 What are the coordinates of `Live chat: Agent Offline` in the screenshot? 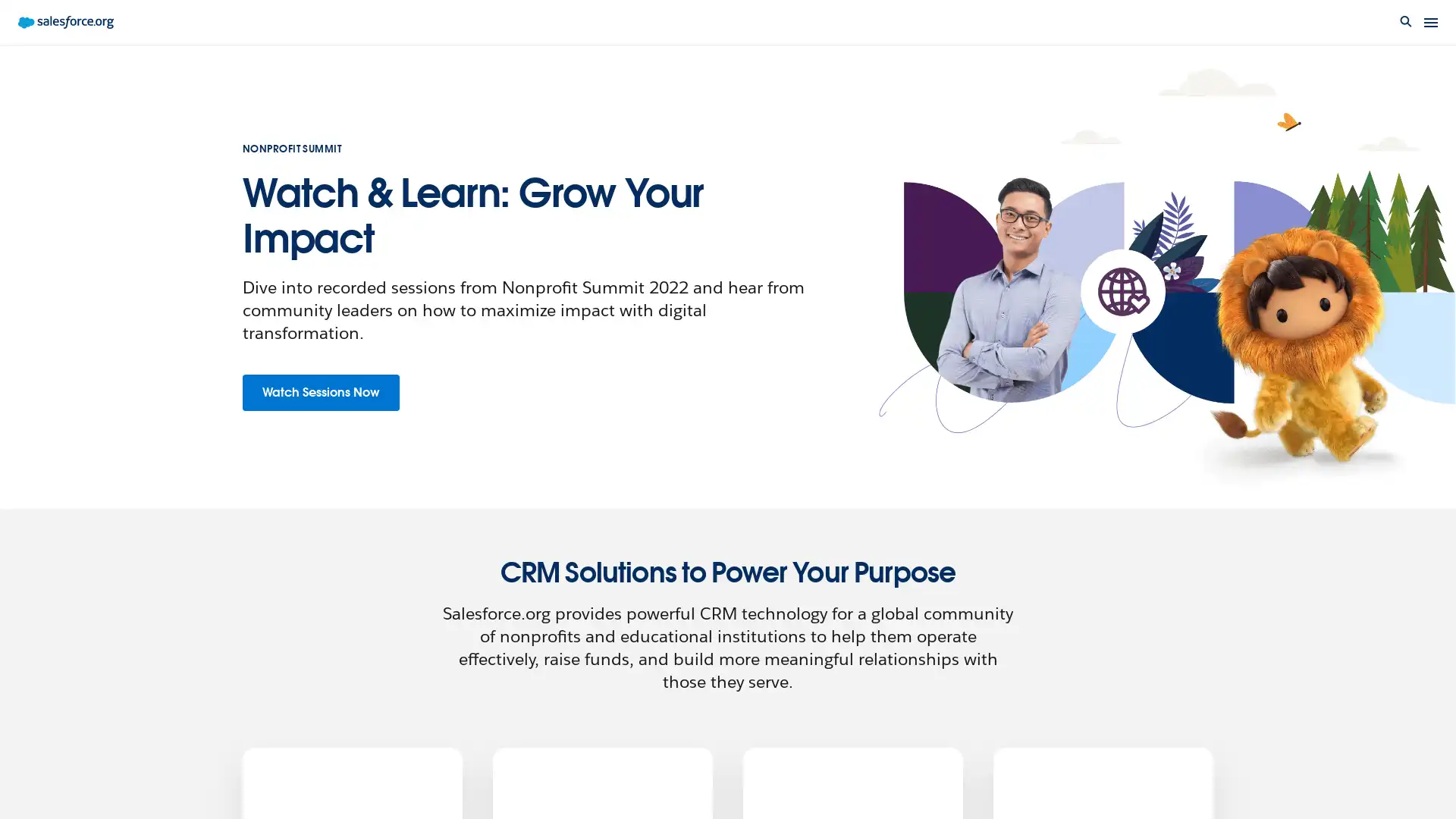 It's located at (1385, 780).